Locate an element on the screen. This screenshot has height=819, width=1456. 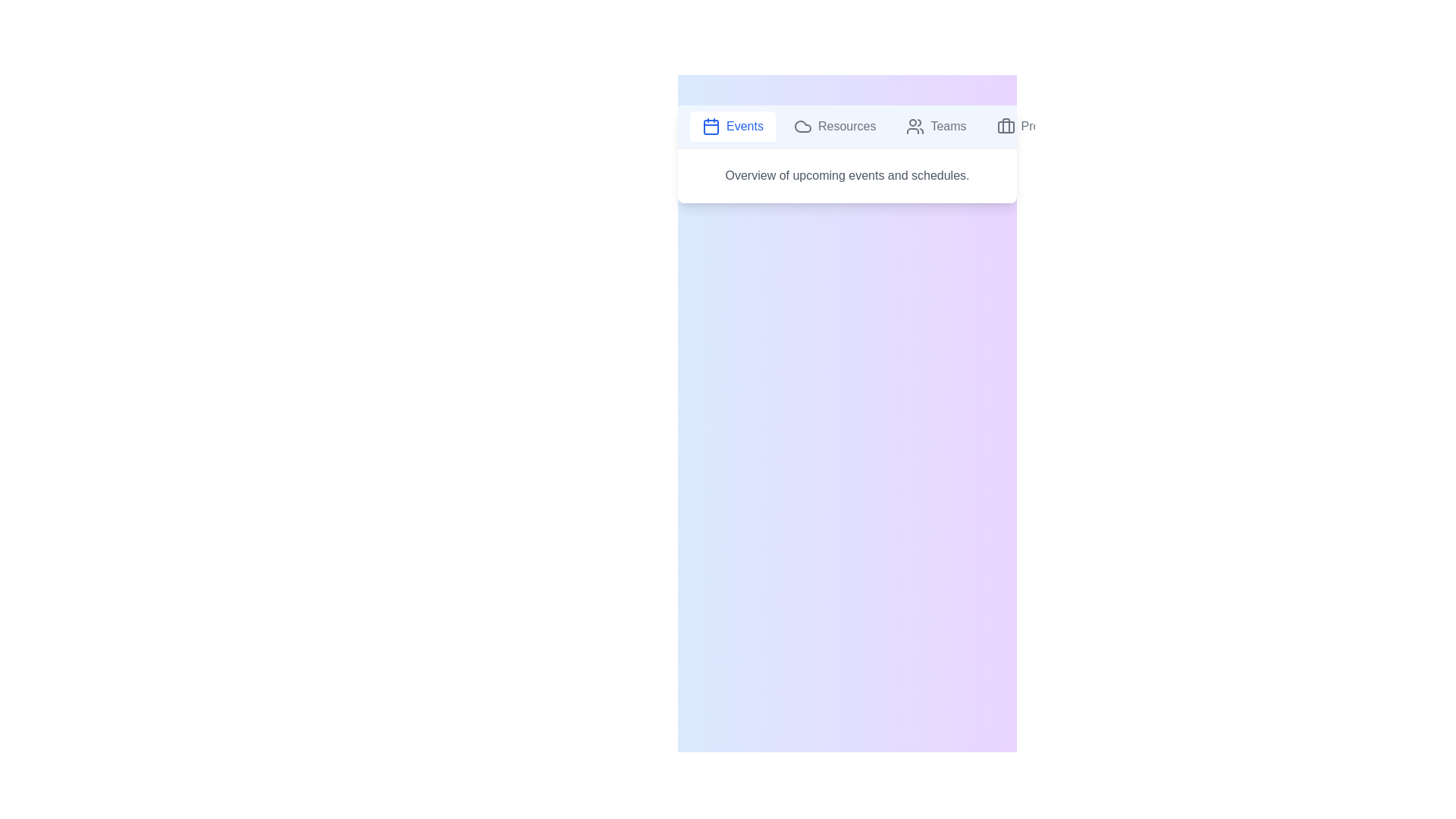
the tab labeled Events to display its content is located at coordinates (733, 125).